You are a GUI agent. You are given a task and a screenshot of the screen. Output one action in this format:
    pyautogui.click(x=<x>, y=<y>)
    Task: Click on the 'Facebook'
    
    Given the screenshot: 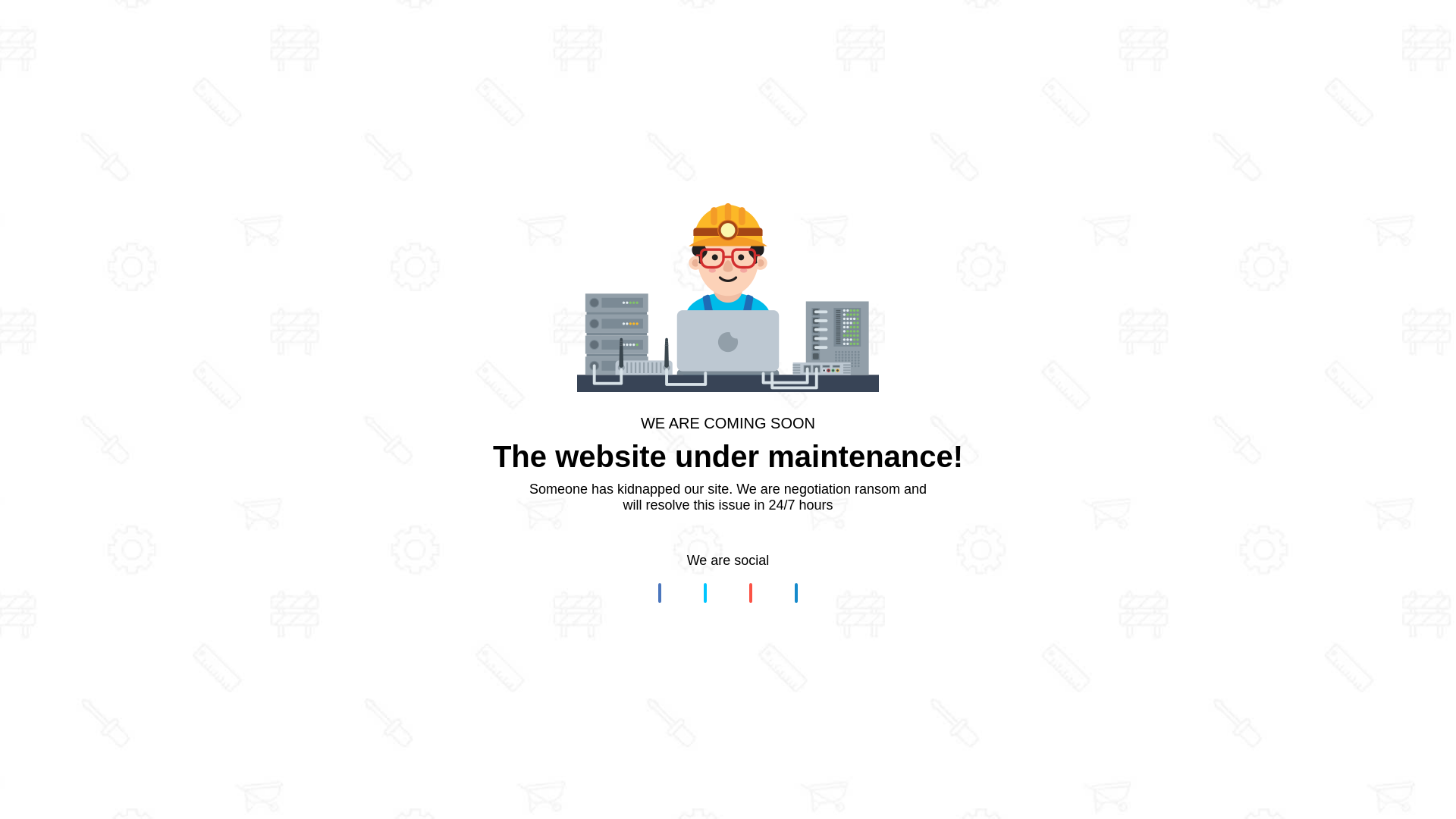 What is the action you would take?
    pyautogui.click(x=659, y=592)
    